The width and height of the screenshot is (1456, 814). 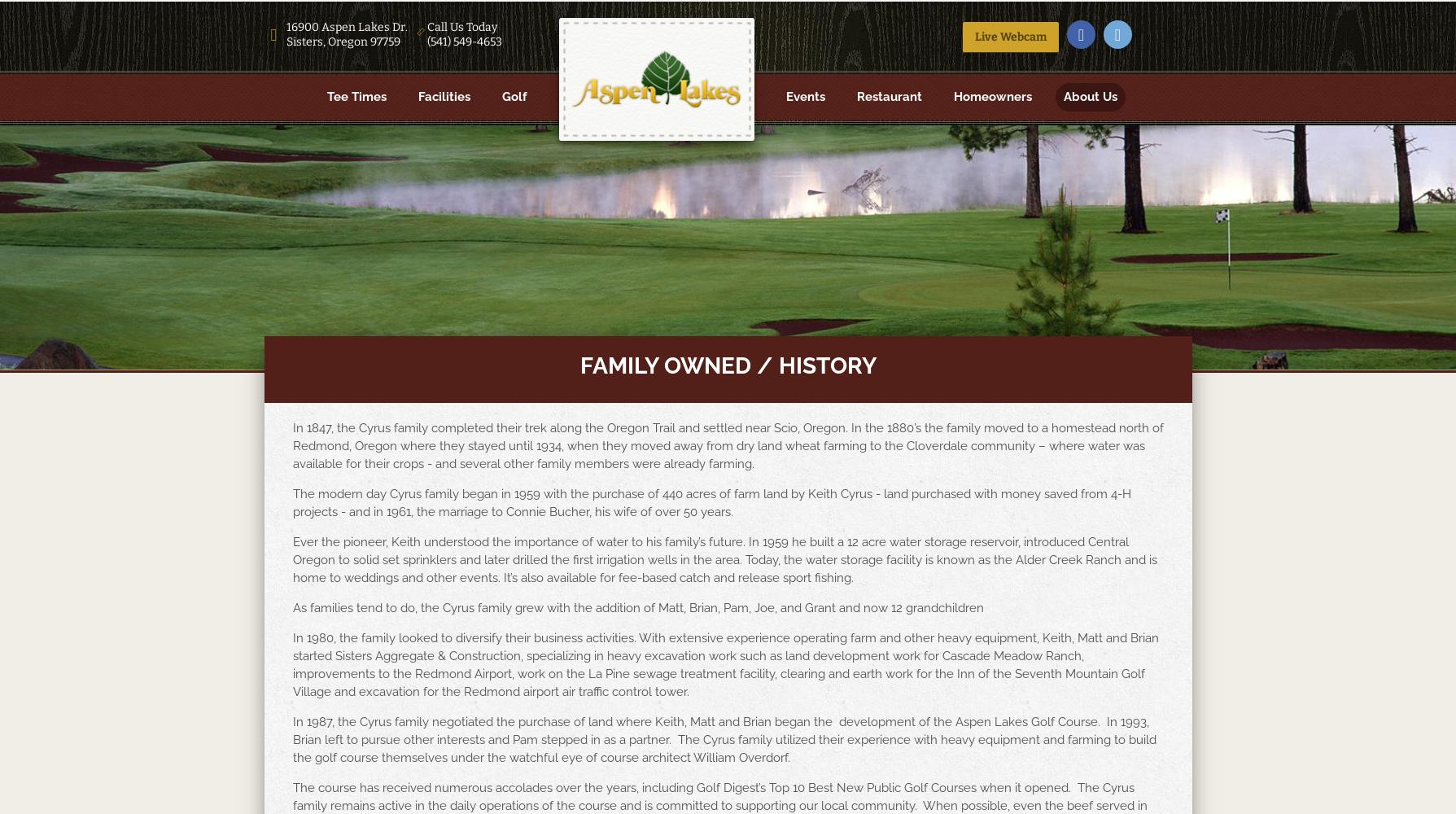 I want to click on 'In 1847, the Cyrus family completed their trek along the Oregon Trail and settled near Scio, Oregon. In the 1880’s the family moved to a homestead north of Redmond, Oregon where they stayed until 1934, when they moved away from dry land wheat farming to the Cloverdale community – where water was available for their crops - and several other family members were already farming.', so click(x=291, y=446).